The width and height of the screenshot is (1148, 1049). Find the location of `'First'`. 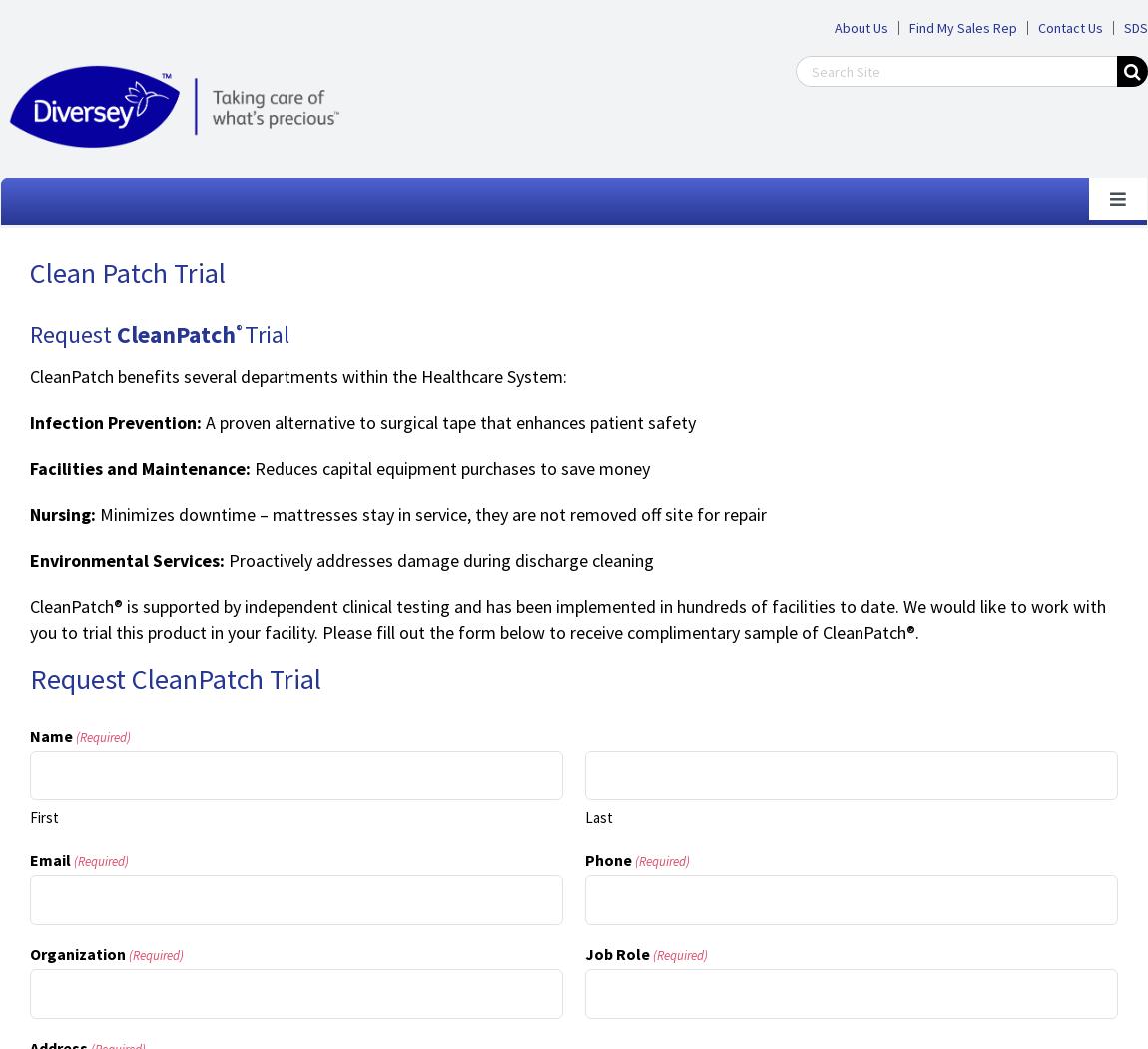

'First' is located at coordinates (42, 817).